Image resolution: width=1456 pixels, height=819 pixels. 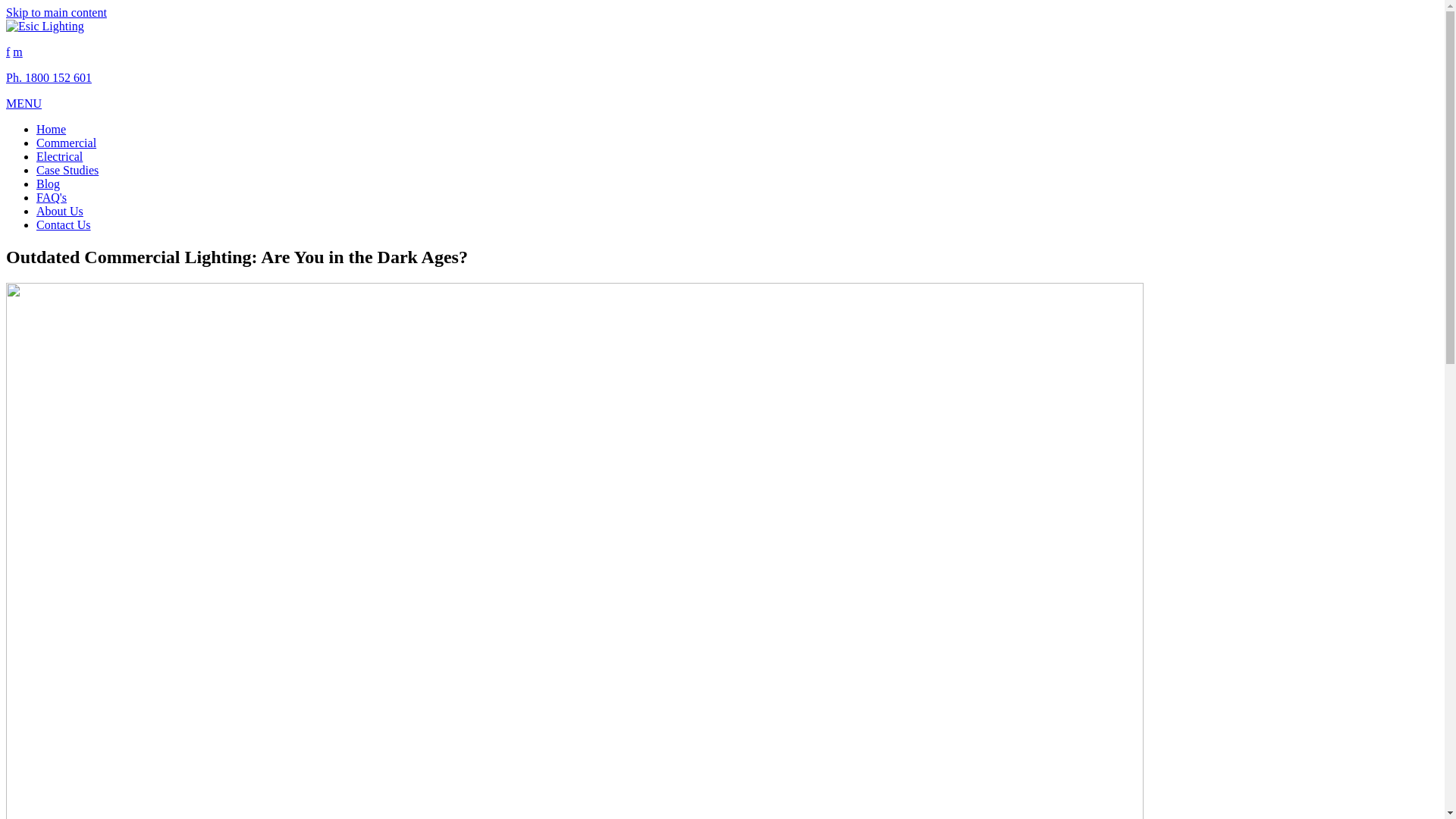 What do you see at coordinates (36, 170) in the screenshot?
I see `'Case Studies'` at bounding box center [36, 170].